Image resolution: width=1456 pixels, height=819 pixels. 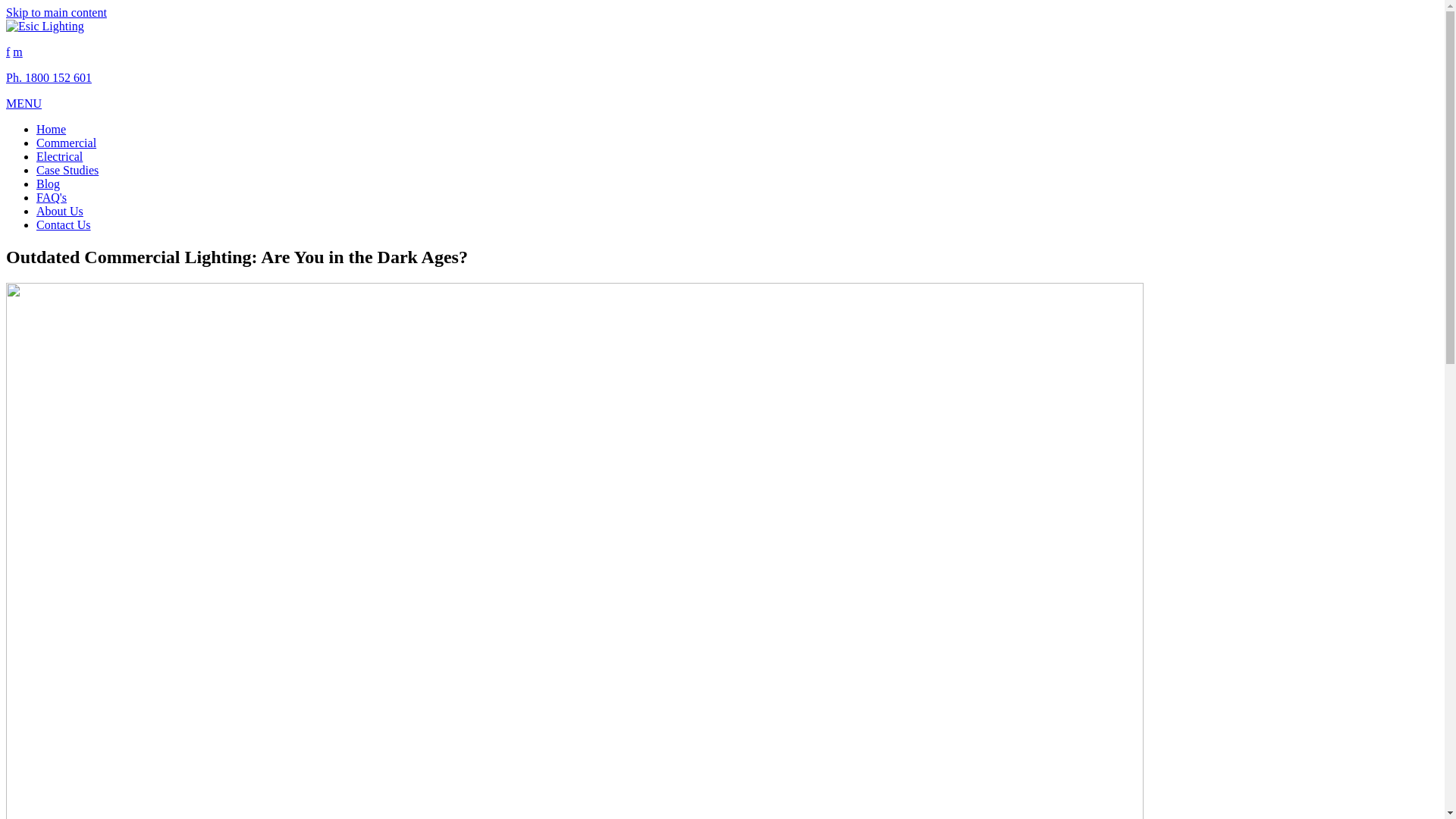 What do you see at coordinates (36, 170) in the screenshot?
I see `'Case Studies'` at bounding box center [36, 170].